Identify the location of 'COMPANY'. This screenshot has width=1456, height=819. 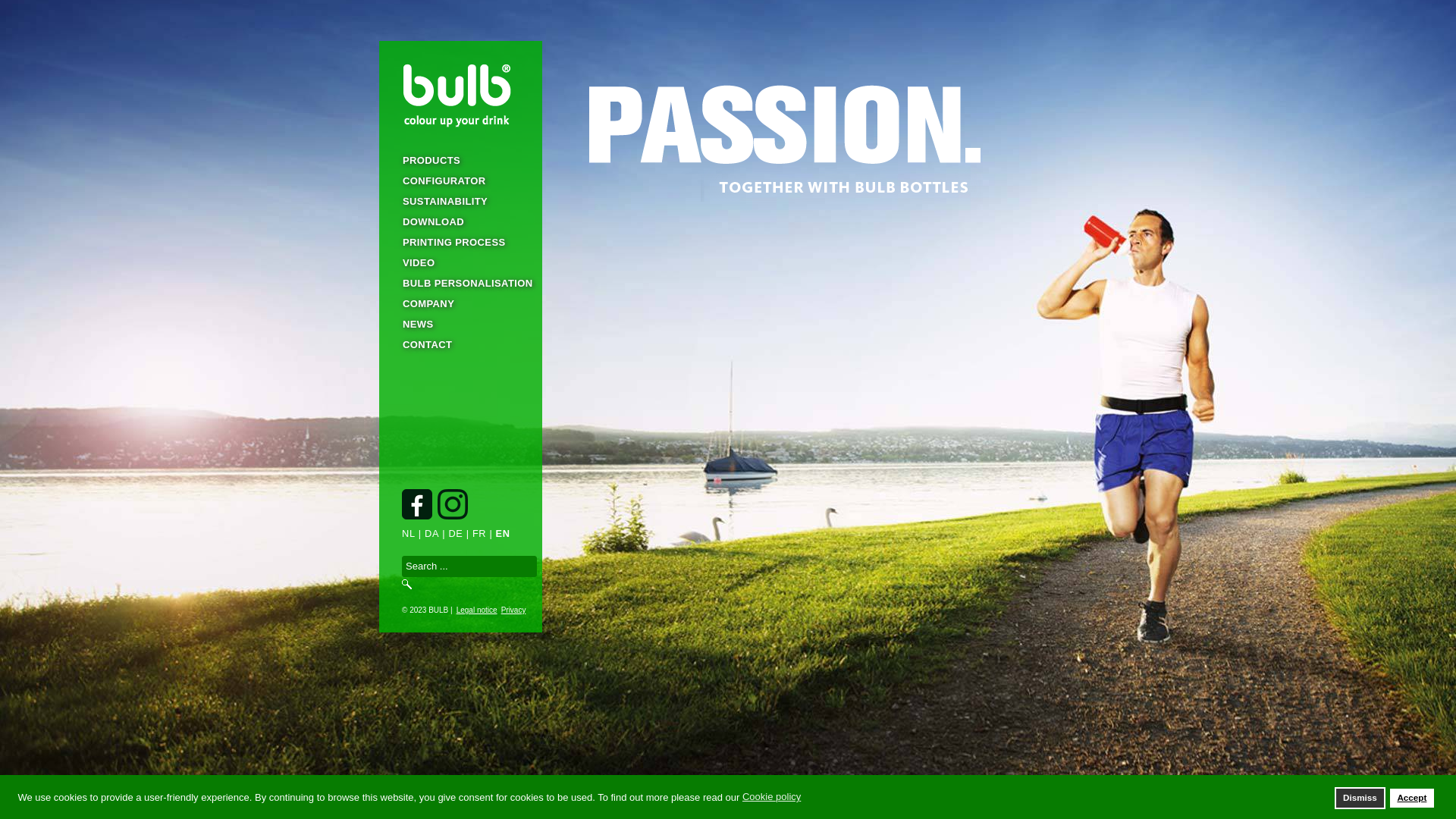
(460, 303).